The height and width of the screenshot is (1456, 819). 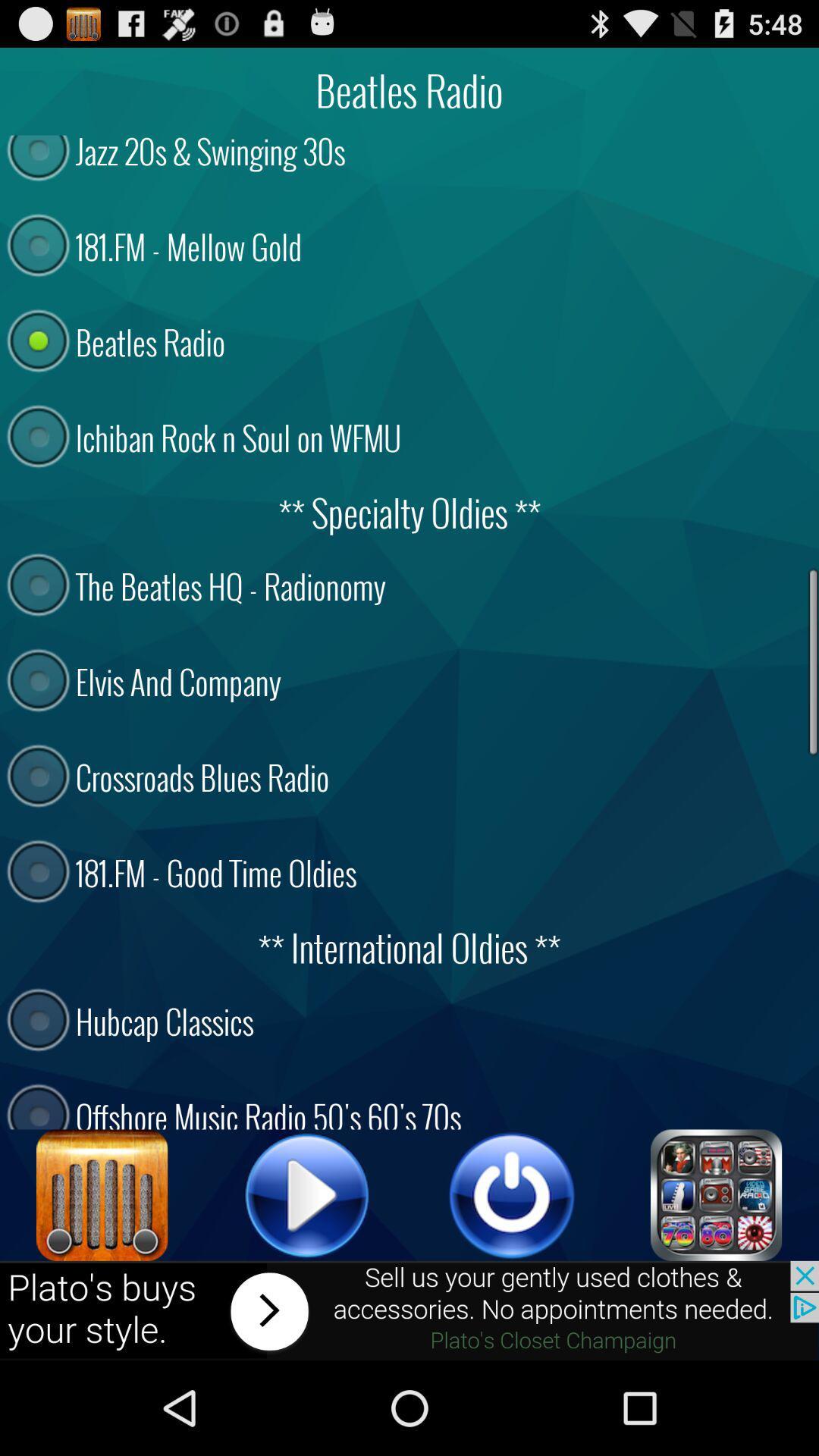 What do you see at coordinates (717, 1194) in the screenshot?
I see `games` at bounding box center [717, 1194].